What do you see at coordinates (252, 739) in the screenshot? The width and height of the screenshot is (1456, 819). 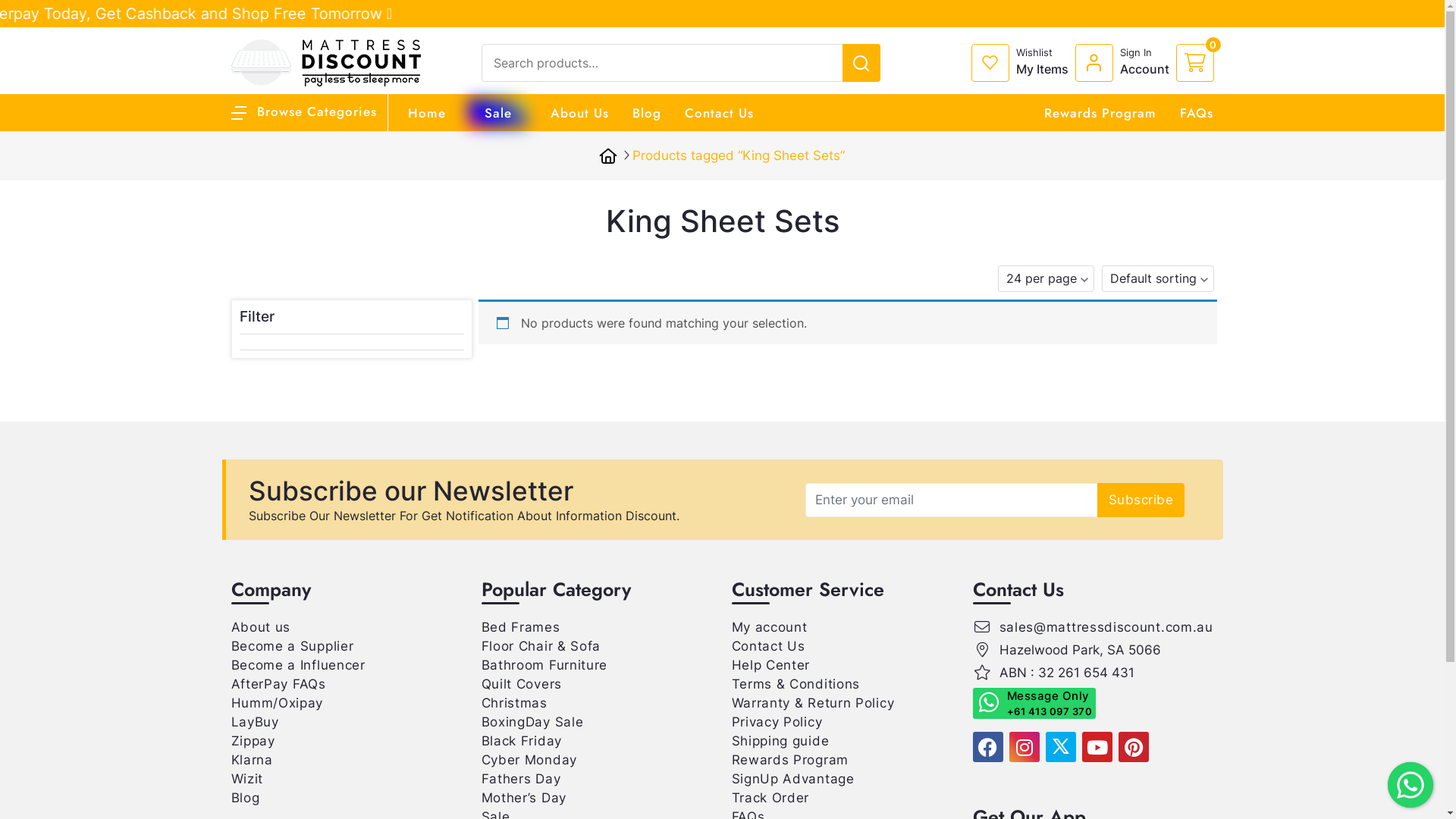 I see `'Zippay'` at bounding box center [252, 739].